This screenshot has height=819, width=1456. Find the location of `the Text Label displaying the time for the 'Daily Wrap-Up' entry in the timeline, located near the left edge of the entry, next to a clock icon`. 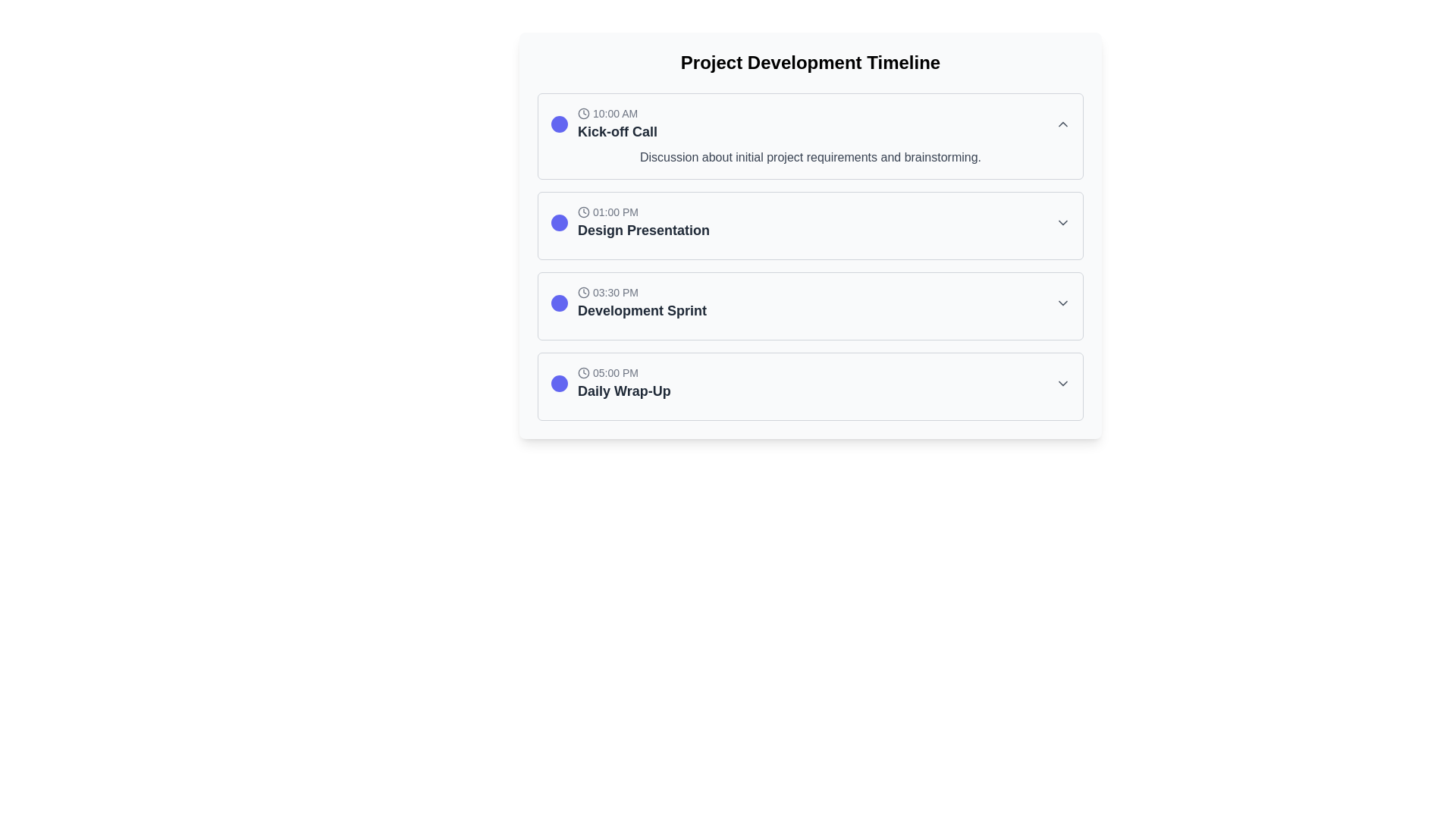

the Text Label displaying the time for the 'Daily Wrap-Up' entry in the timeline, located near the left edge of the entry, next to a clock icon is located at coordinates (624, 373).